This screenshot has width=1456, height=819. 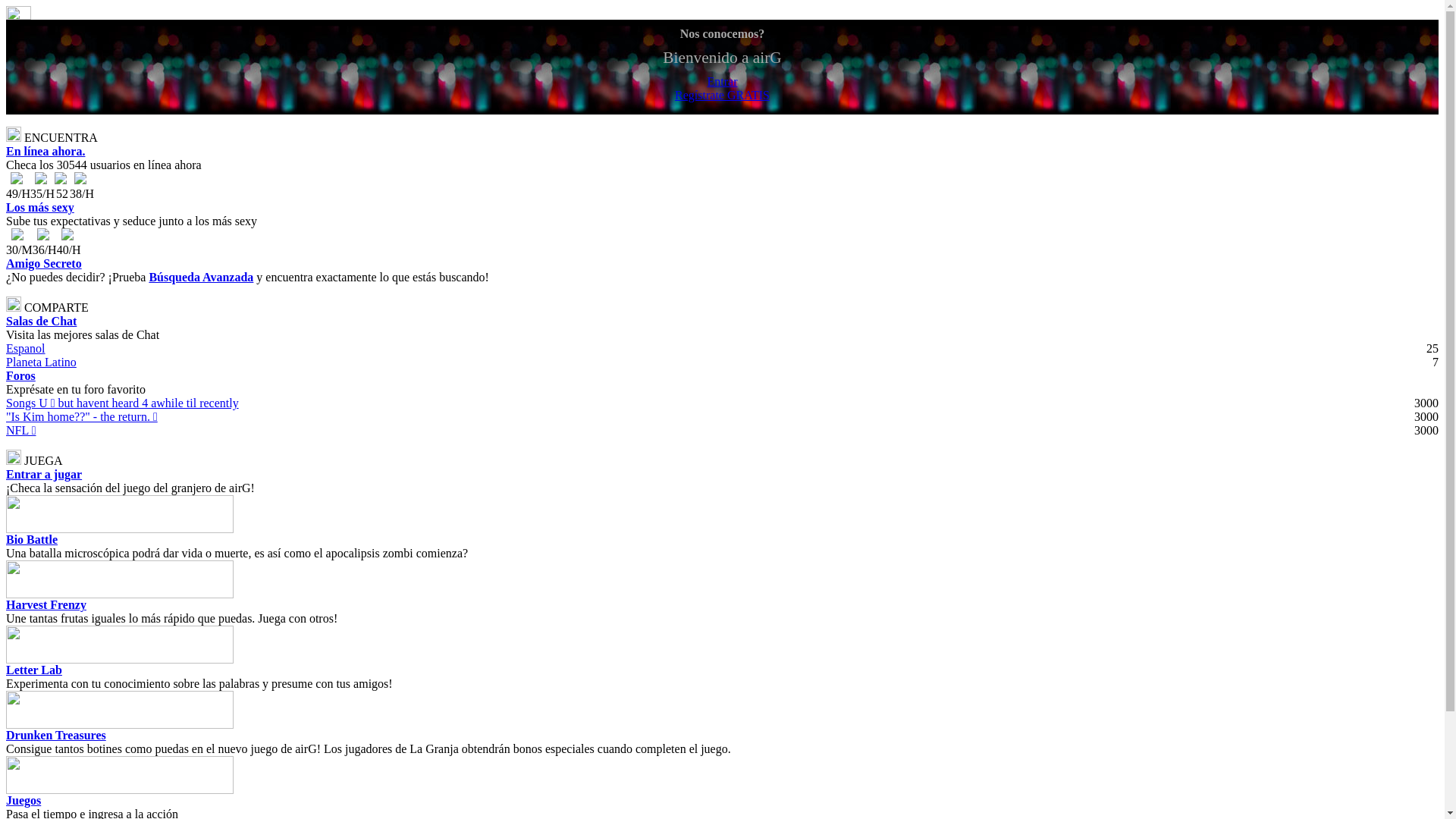 What do you see at coordinates (43, 473) in the screenshot?
I see `'Entrar a jugar'` at bounding box center [43, 473].